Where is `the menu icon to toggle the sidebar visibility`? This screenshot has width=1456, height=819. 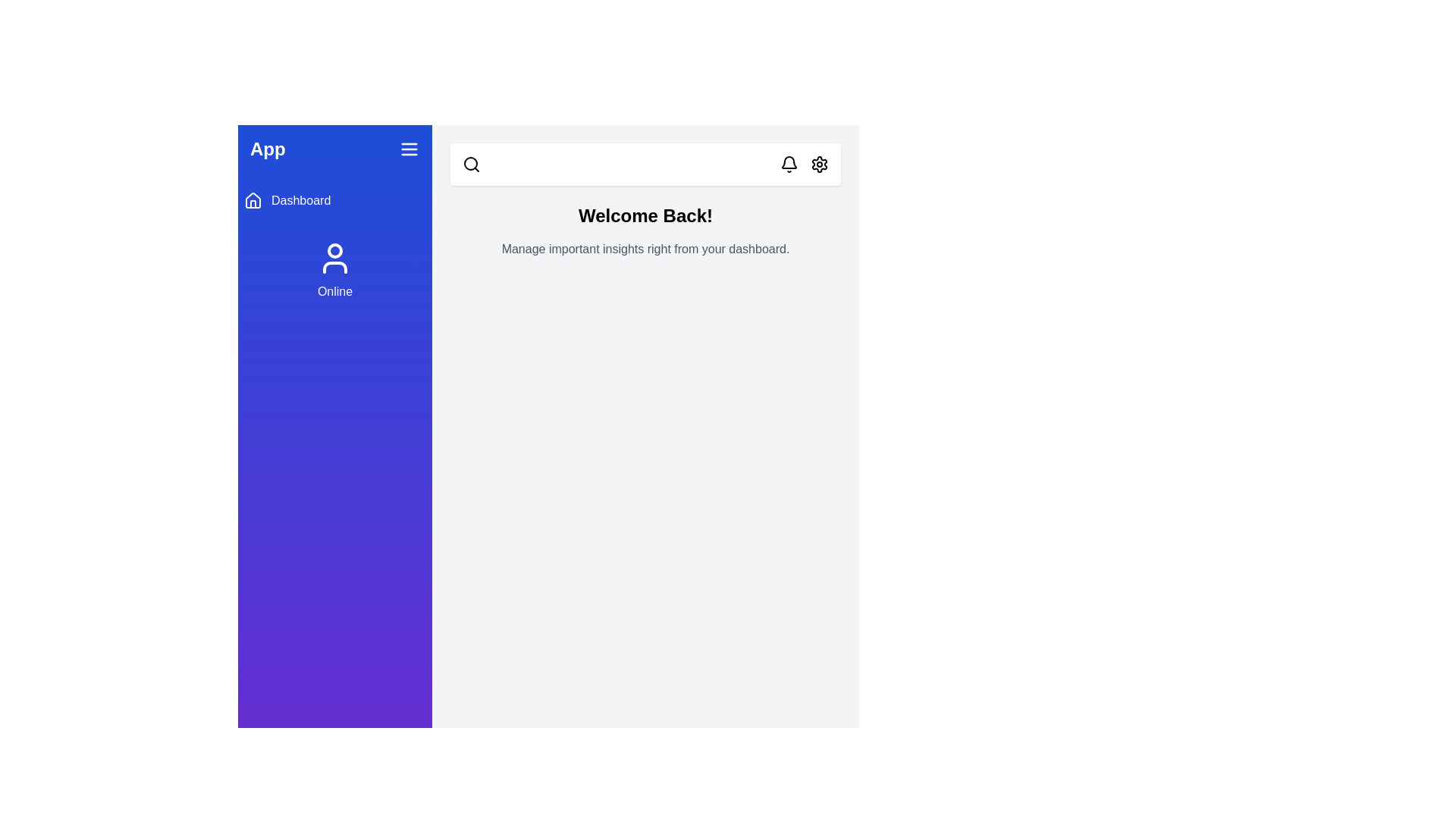 the menu icon to toggle the sidebar visibility is located at coordinates (409, 149).